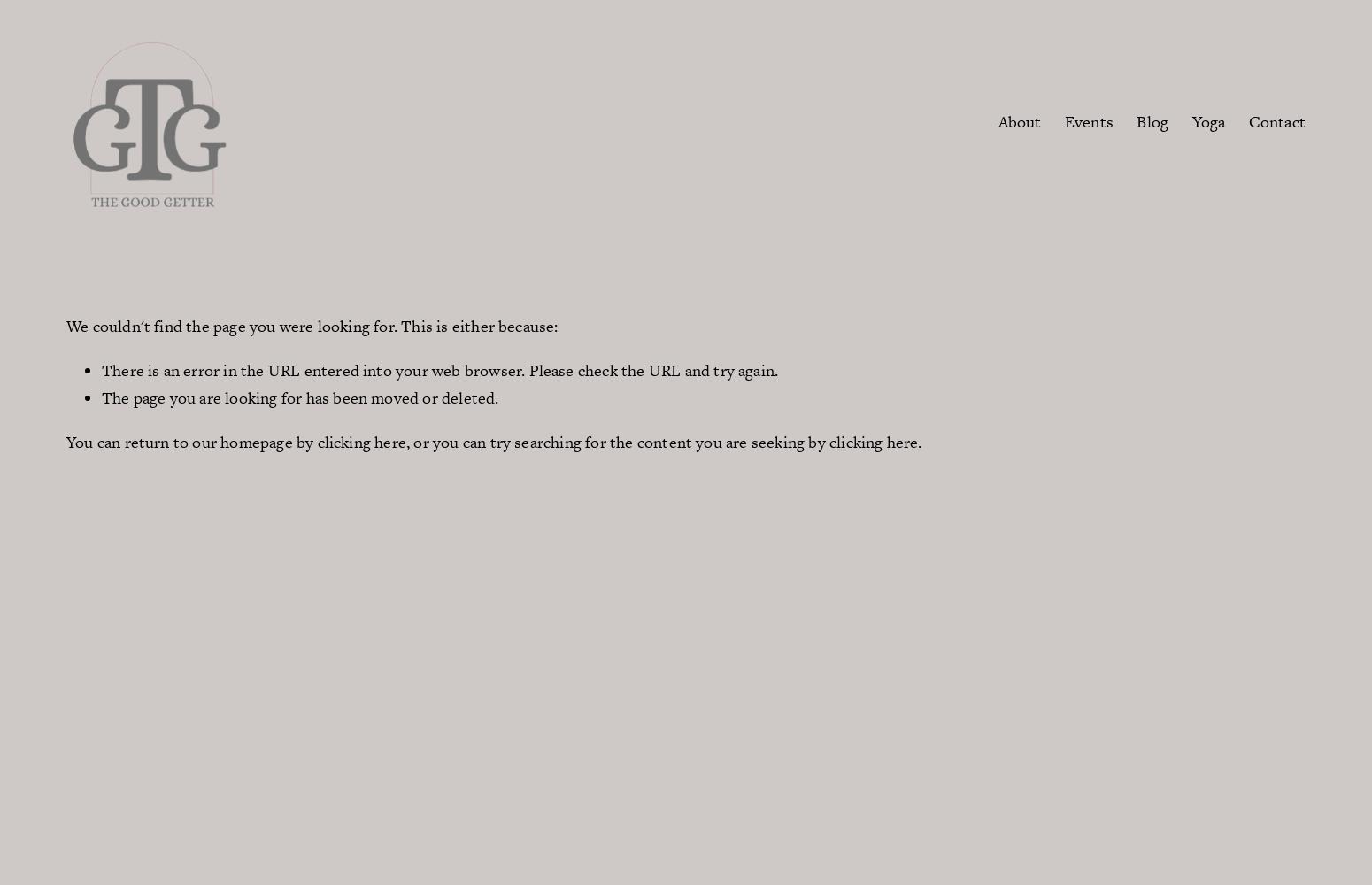 The height and width of the screenshot is (885, 1372). What do you see at coordinates (1136, 120) in the screenshot?
I see `'Blog'` at bounding box center [1136, 120].